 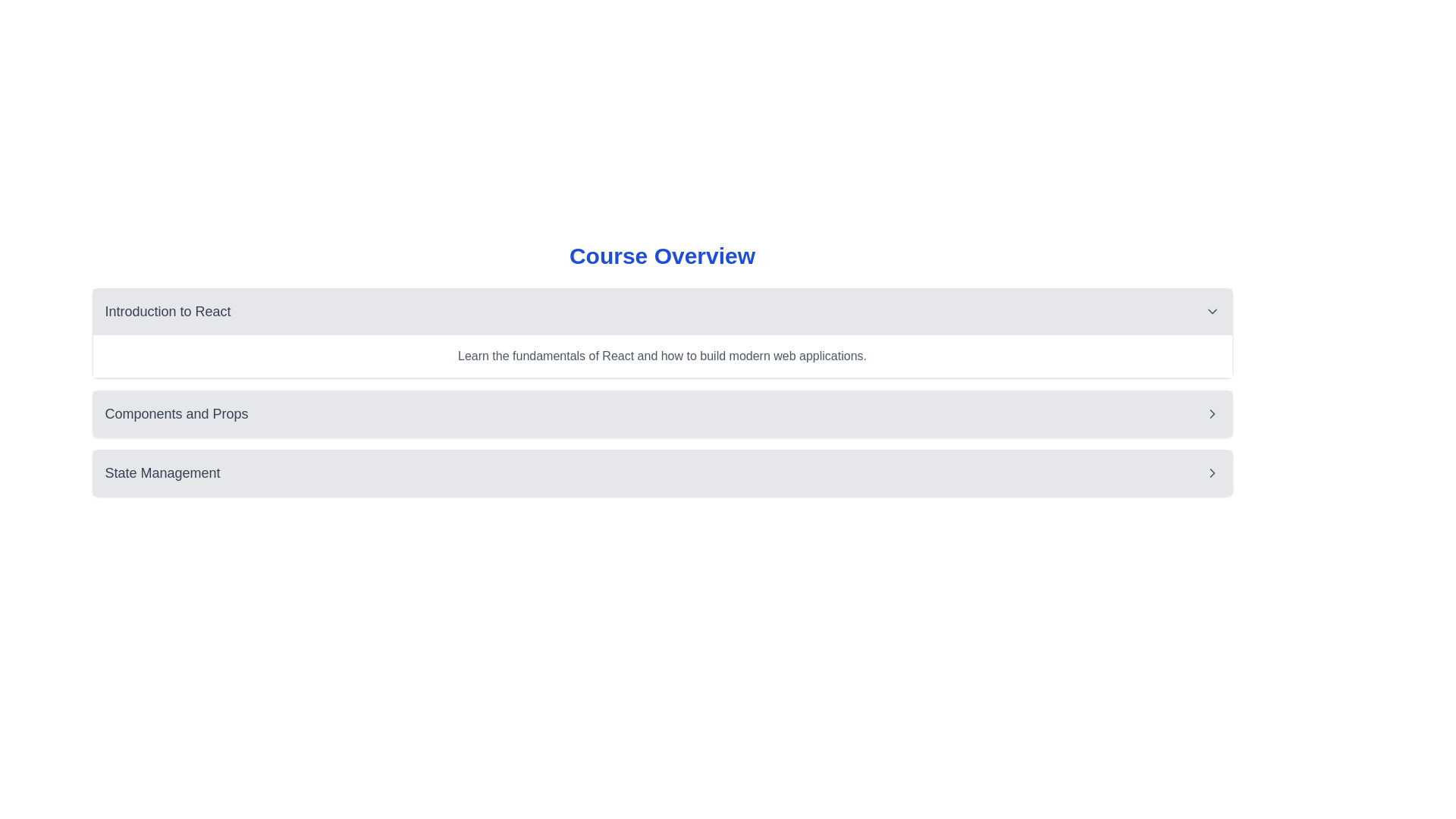 I want to click on the right-pointing chevron icon, so click(x=1211, y=414).